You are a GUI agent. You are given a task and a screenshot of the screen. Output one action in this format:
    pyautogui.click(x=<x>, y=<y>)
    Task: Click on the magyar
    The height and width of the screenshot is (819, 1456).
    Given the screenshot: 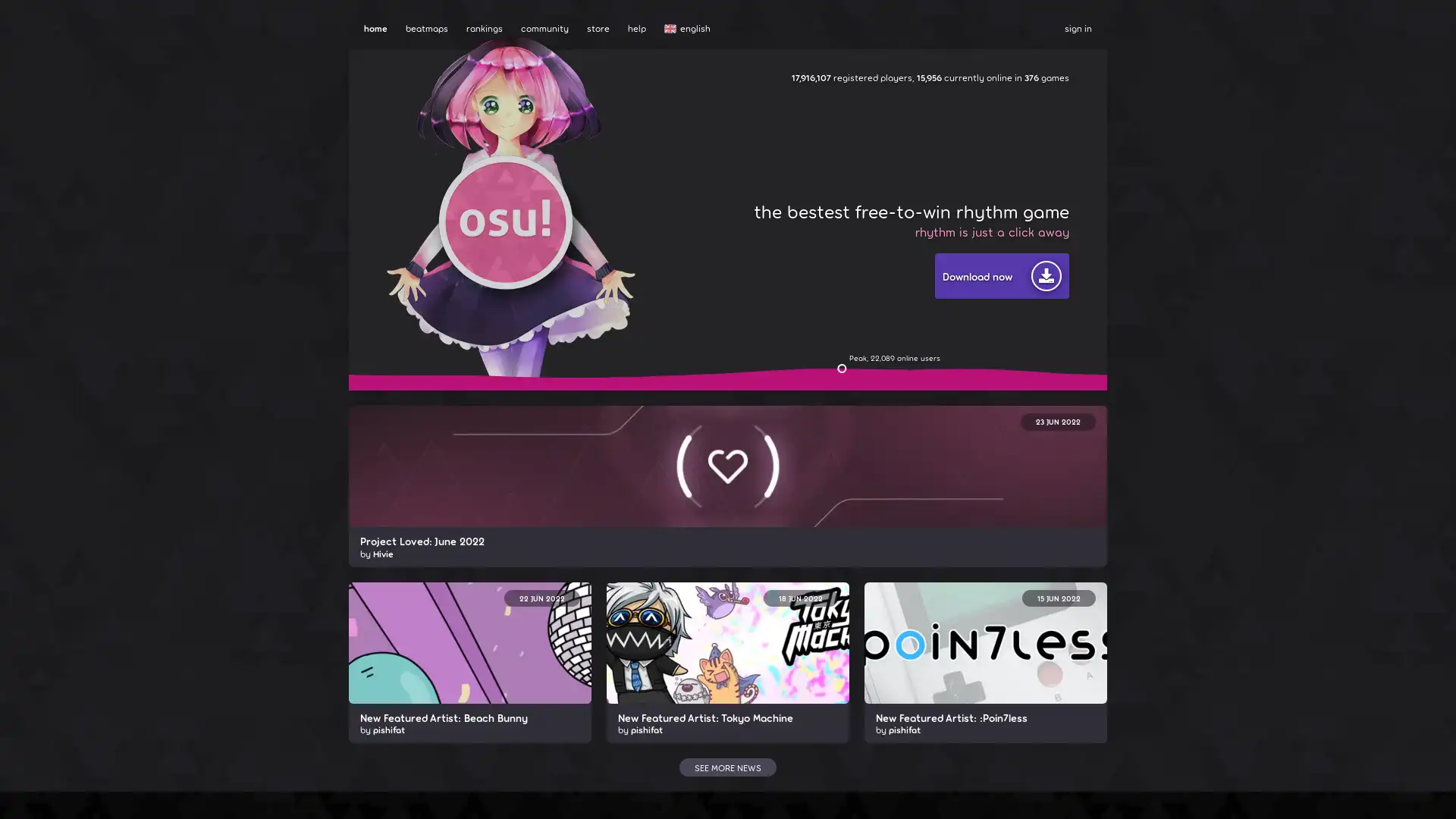 What is the action you would take?
    pyautogui.click(x=709, y=262)
    